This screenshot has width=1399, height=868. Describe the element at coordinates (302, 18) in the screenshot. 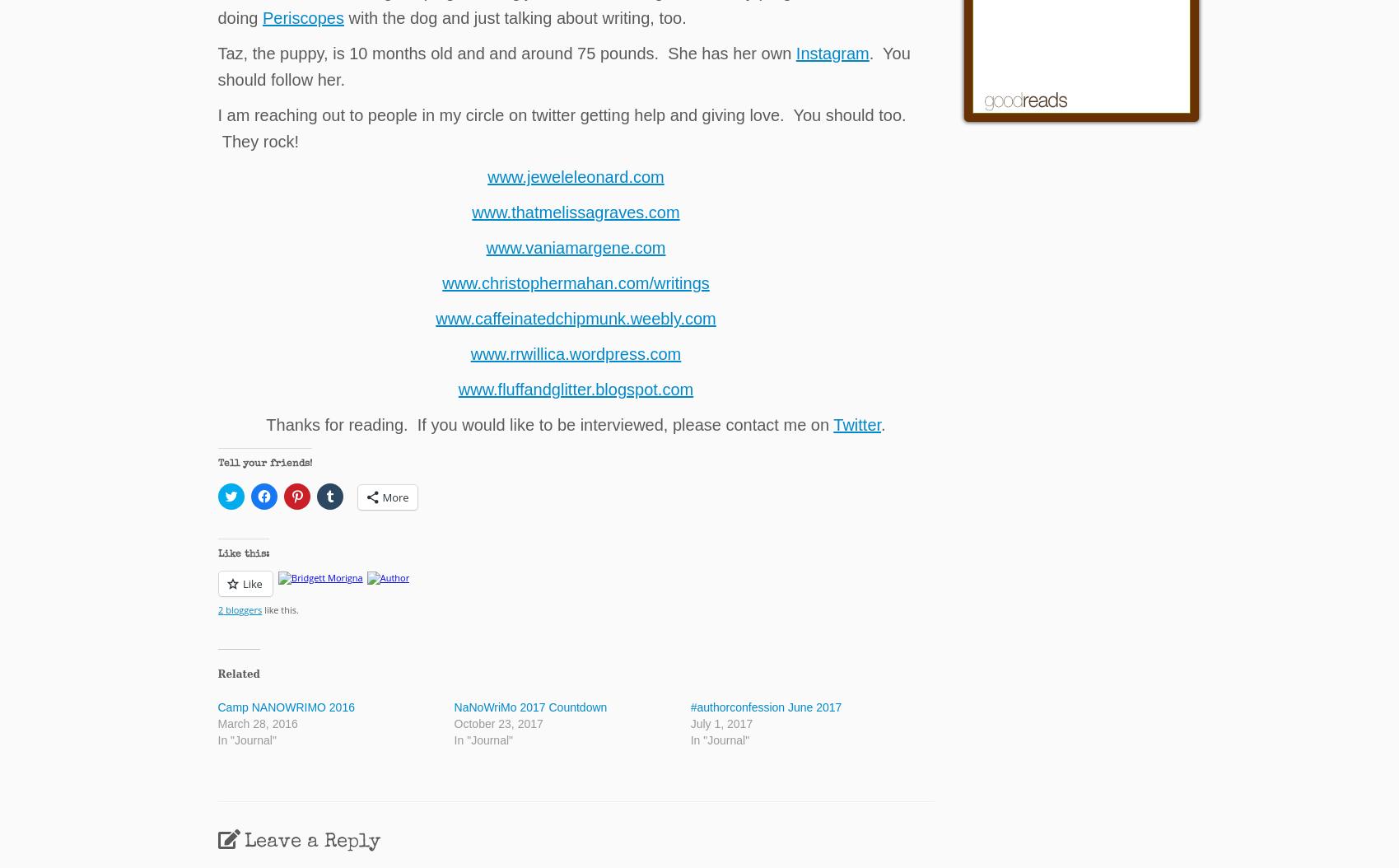

I see `'Periscopes'` at that location.